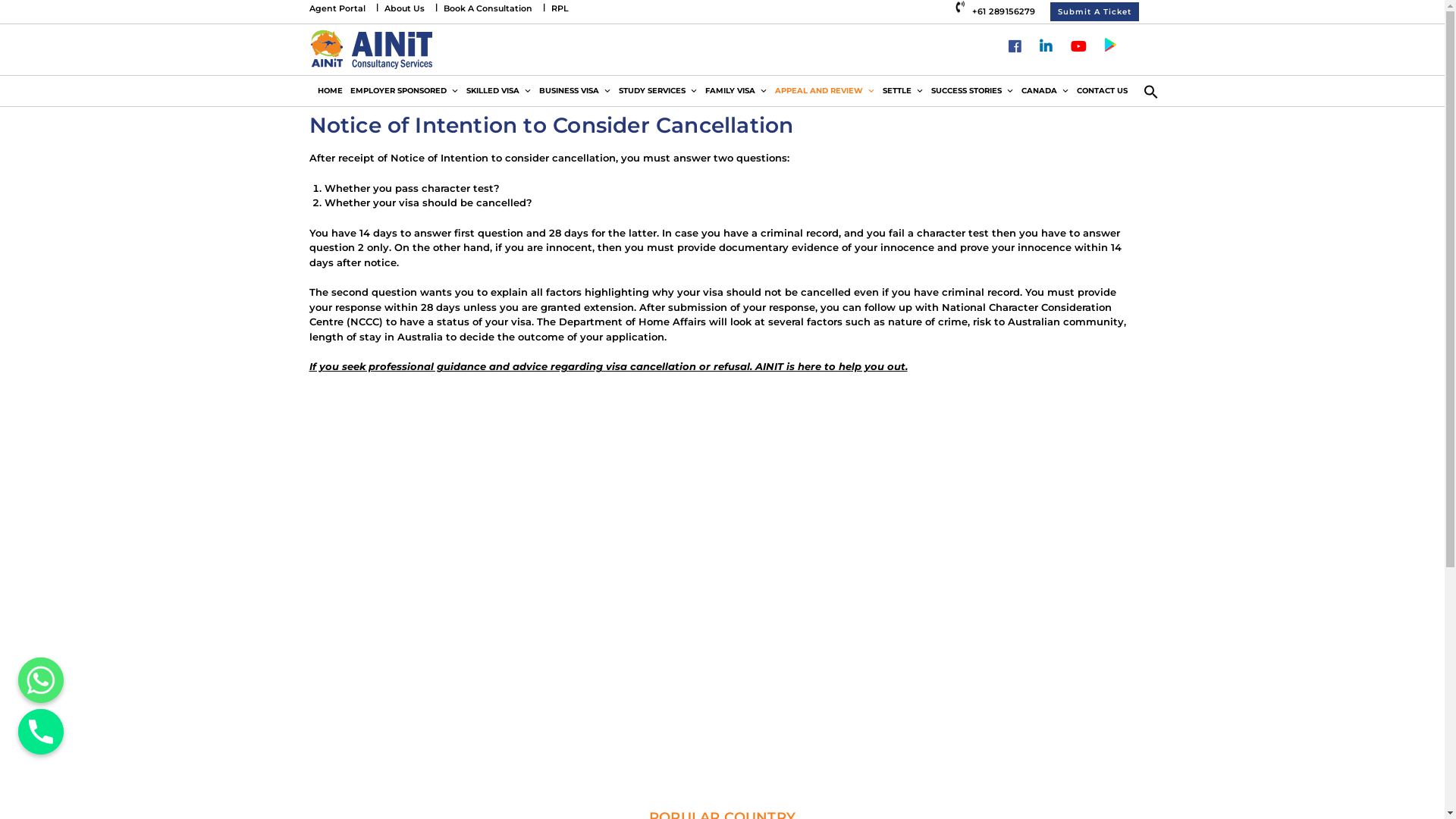 The height and width of the screenshot is (819, 1456). Describe the element at coordinates (1018, 90) in the screenshot. I see `'CANADA'` at that location.